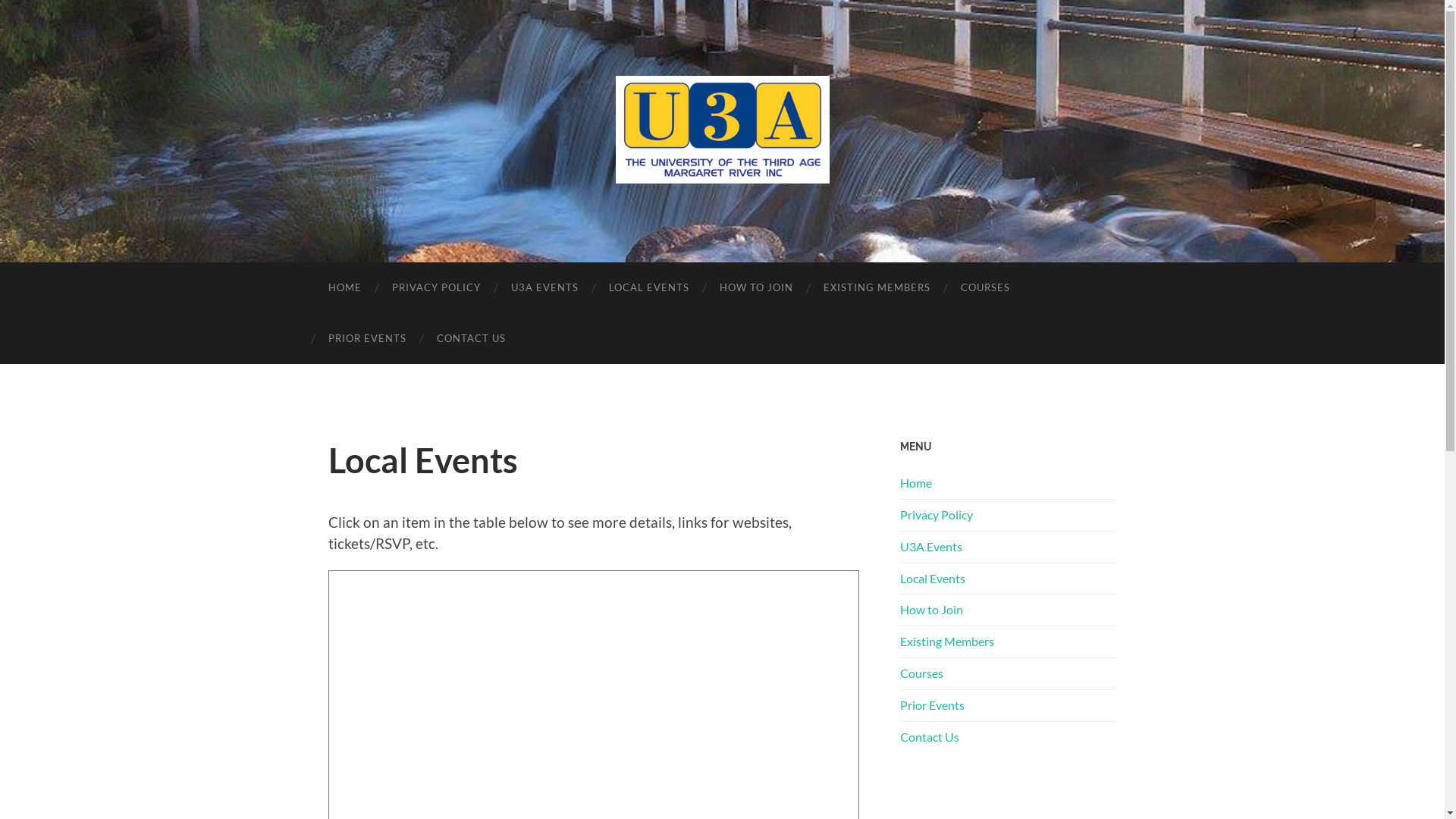  Describe the element at coordinates (344, 287) in the screenshot. I see `'HOME'` at that location.